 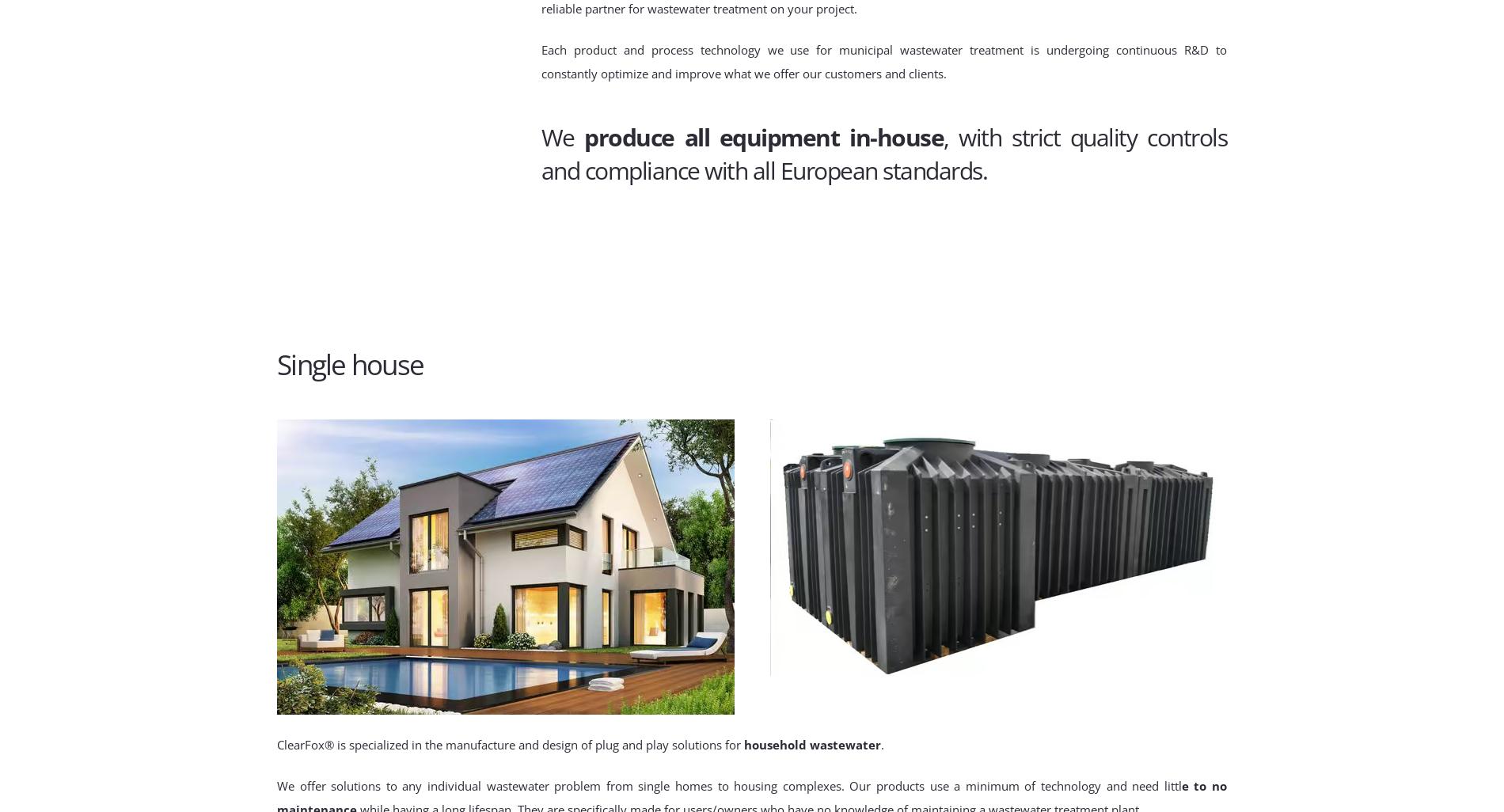 I want to click on 'ClearFox® is specialized in the manufacture and design of plug and play solutions for', so click(x=511, y=744).